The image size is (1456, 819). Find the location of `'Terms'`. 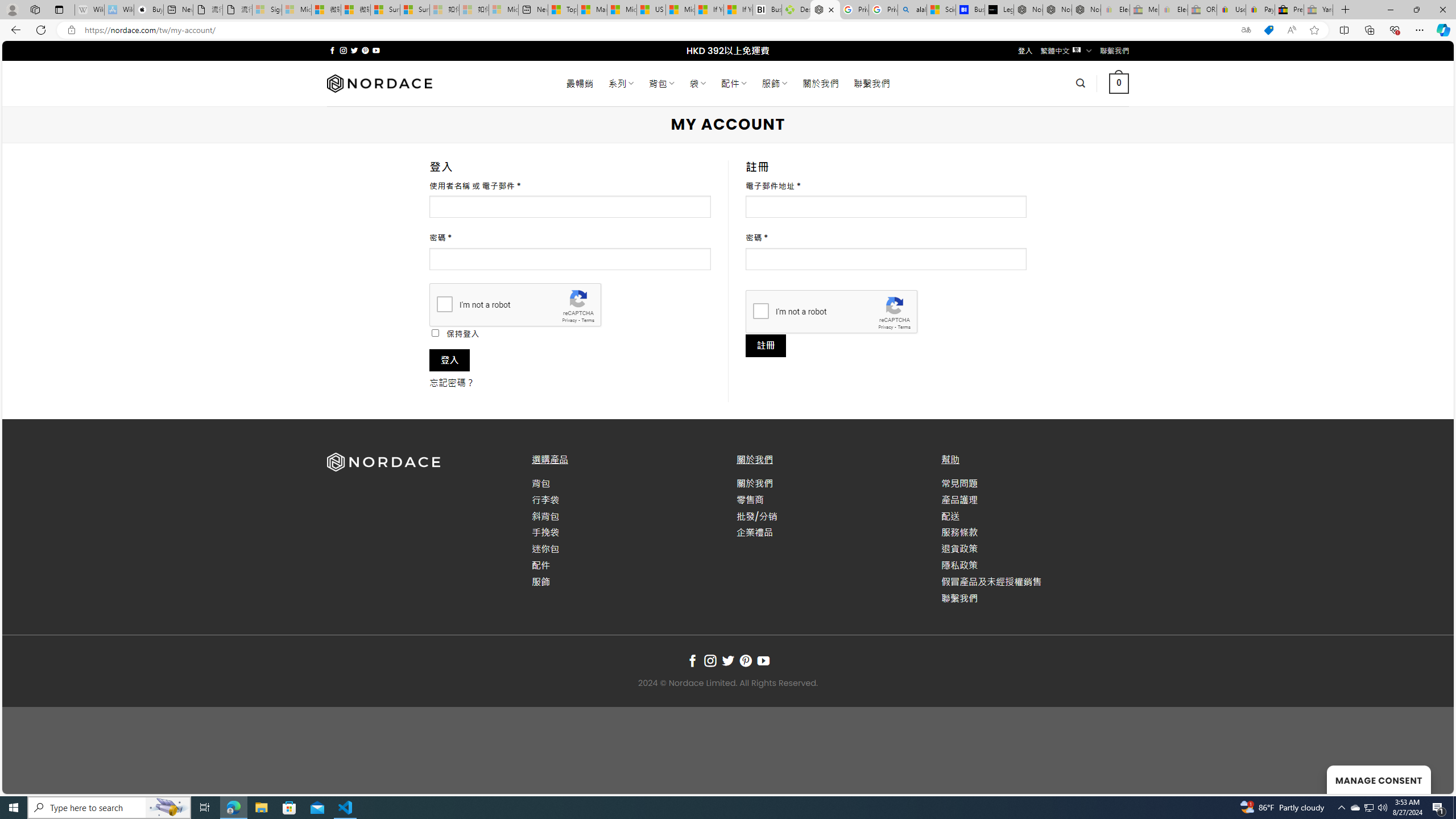

'Terms' is located at coordinates (904, 326).